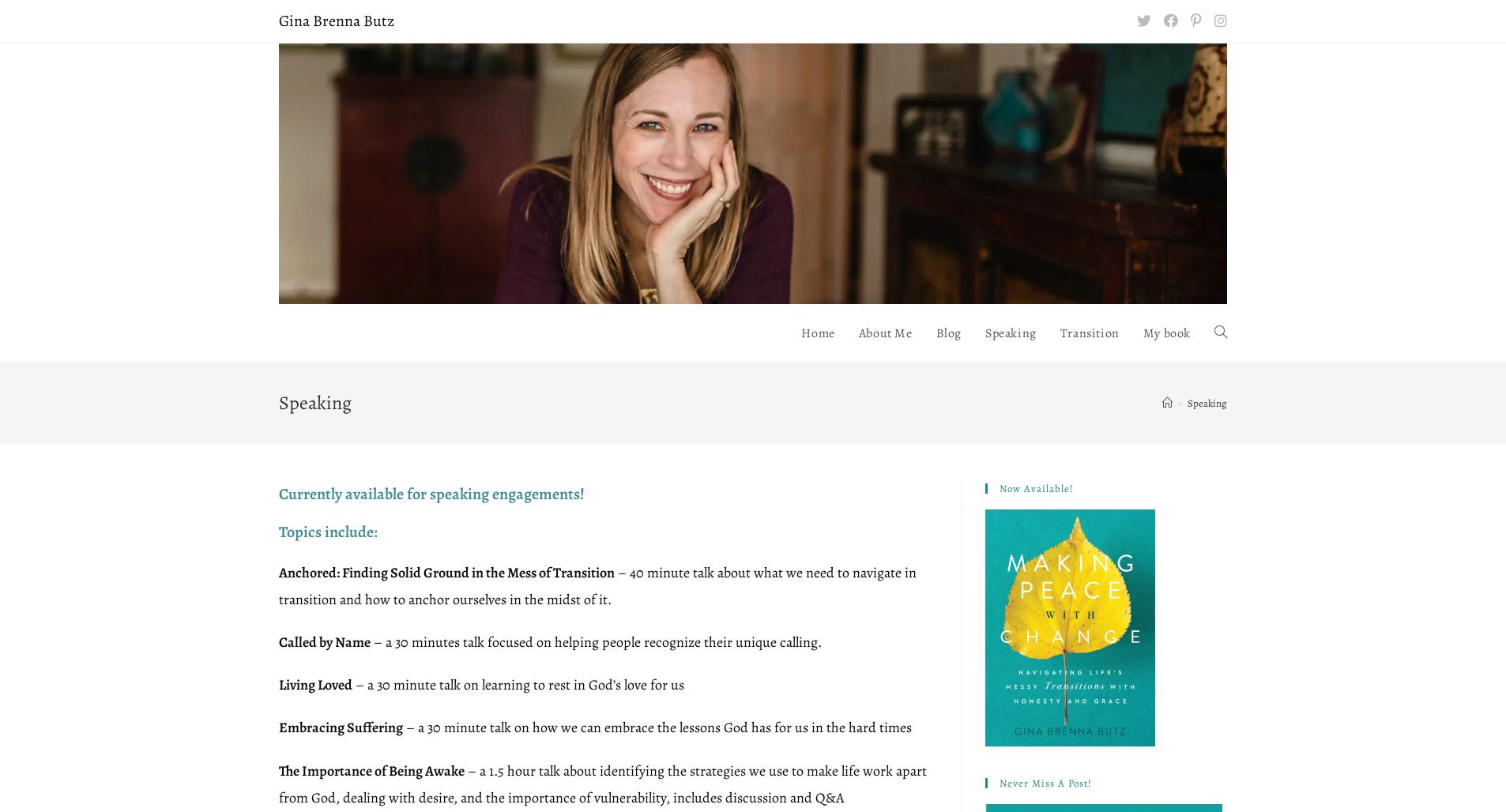 This screenshot has width=1506, height=812. I want to click on 'Never Miss a Post!', so click(1045, 781).